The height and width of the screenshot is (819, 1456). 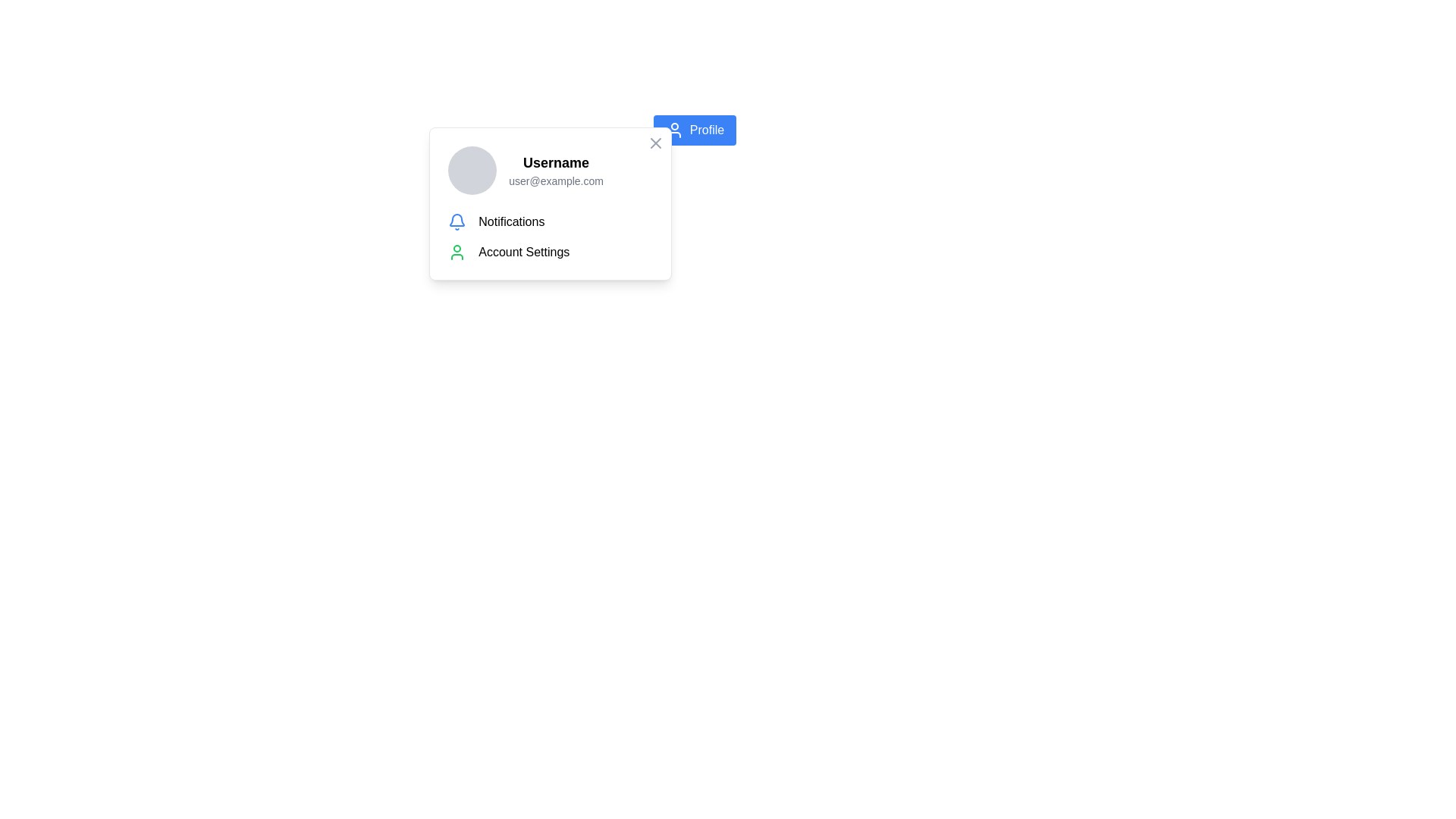 What do you see at coordinates (457, 222) in the screenshot?
I see `the blue bell icon representing notifications, located to the left of the 'Notifications' text in the dropdown panel beneath the main profile link` at bounding box center [457, 222].